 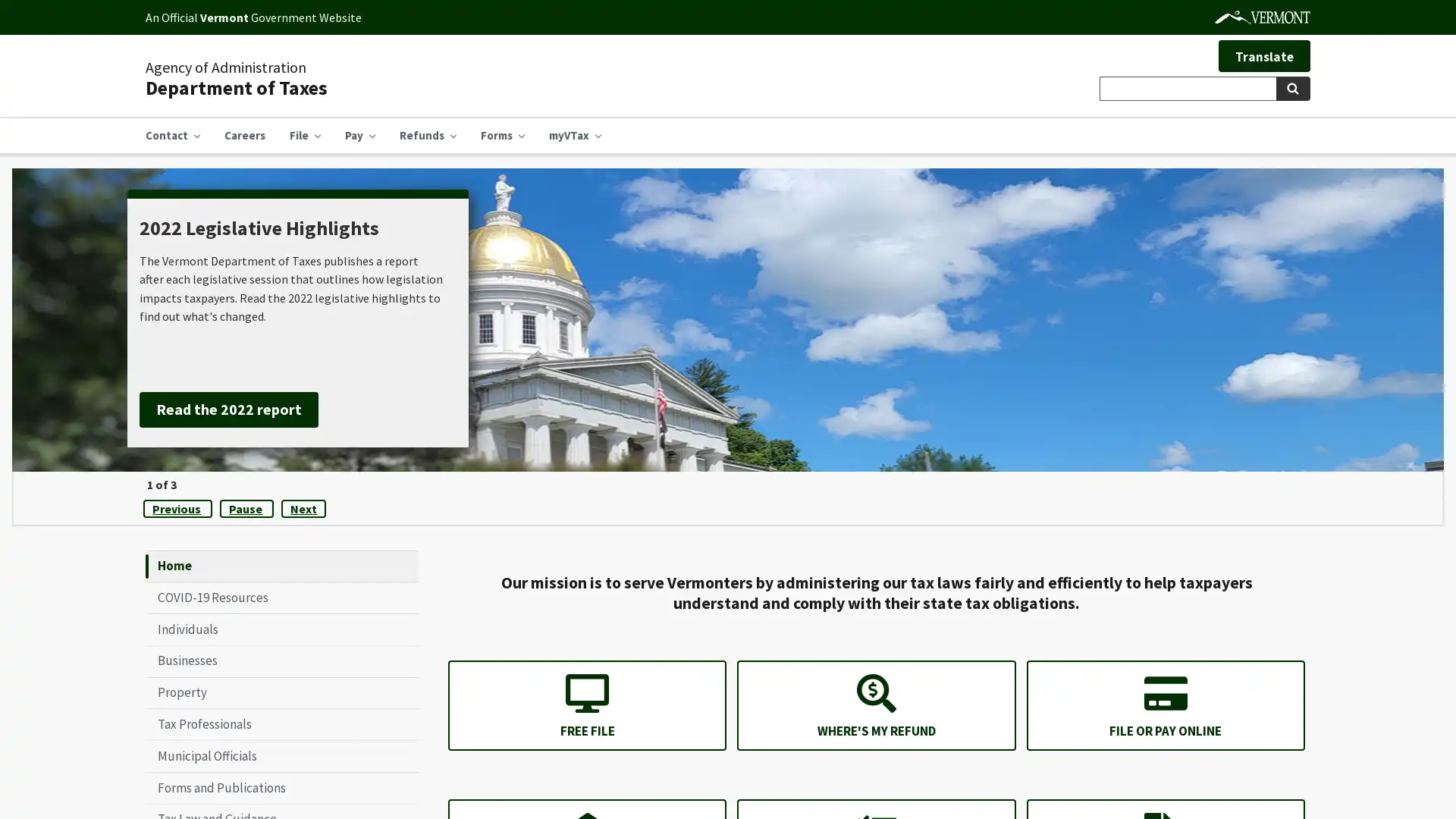 I want to click on File, so click(x=304, y=133).